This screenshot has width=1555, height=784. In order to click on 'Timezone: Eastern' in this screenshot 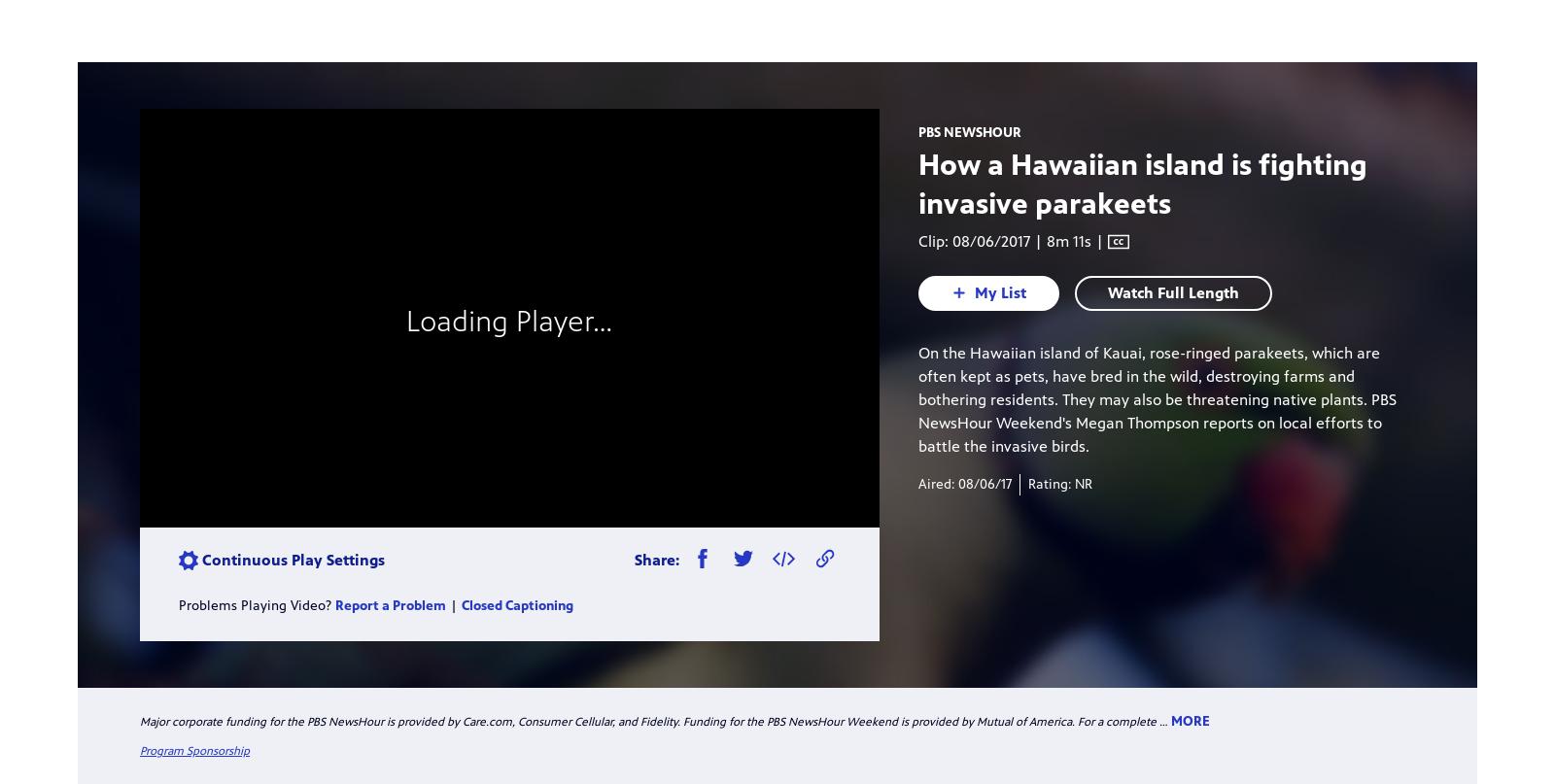, I will do `click(916, 364)`.